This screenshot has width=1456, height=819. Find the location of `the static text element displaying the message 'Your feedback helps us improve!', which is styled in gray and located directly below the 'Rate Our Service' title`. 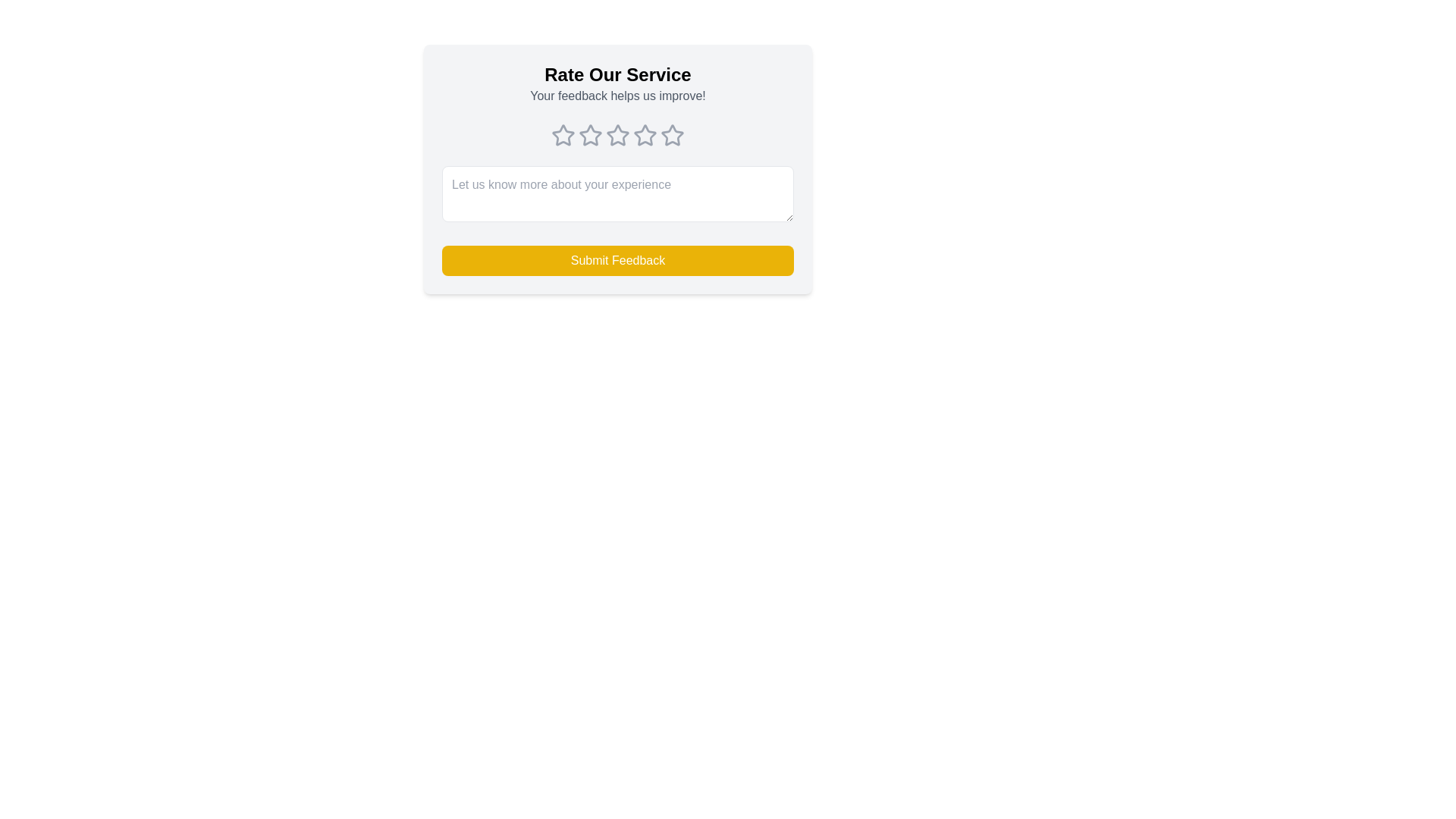

the static text element displaying the message 'Your feedback helps us improve!', which is styled in gray and located directly below the 'Rate Our Service' title is located at coordinates (618, 96).